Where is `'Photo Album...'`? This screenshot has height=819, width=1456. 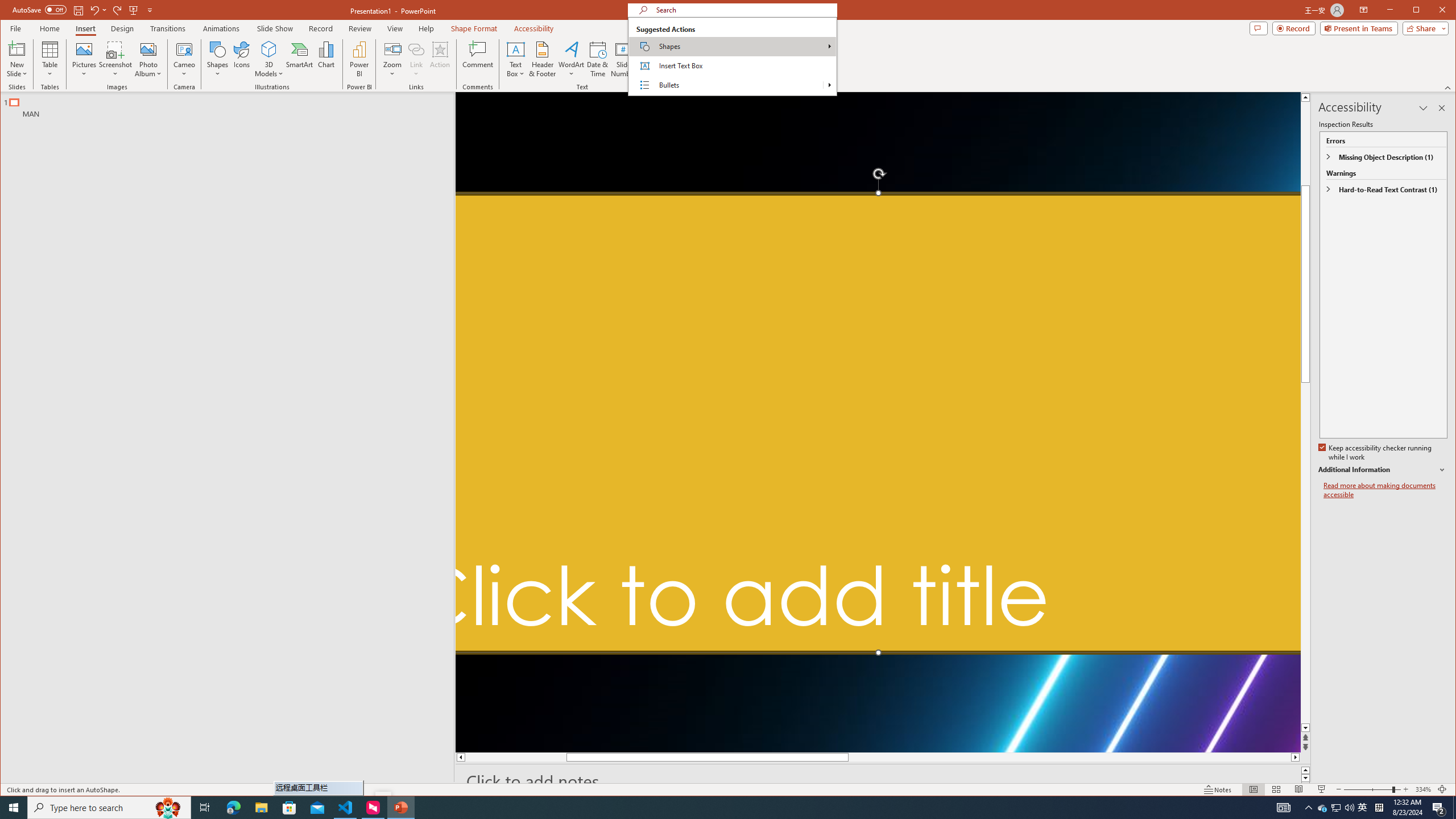
'Photo Album...' is located at coordinates (148, 59).